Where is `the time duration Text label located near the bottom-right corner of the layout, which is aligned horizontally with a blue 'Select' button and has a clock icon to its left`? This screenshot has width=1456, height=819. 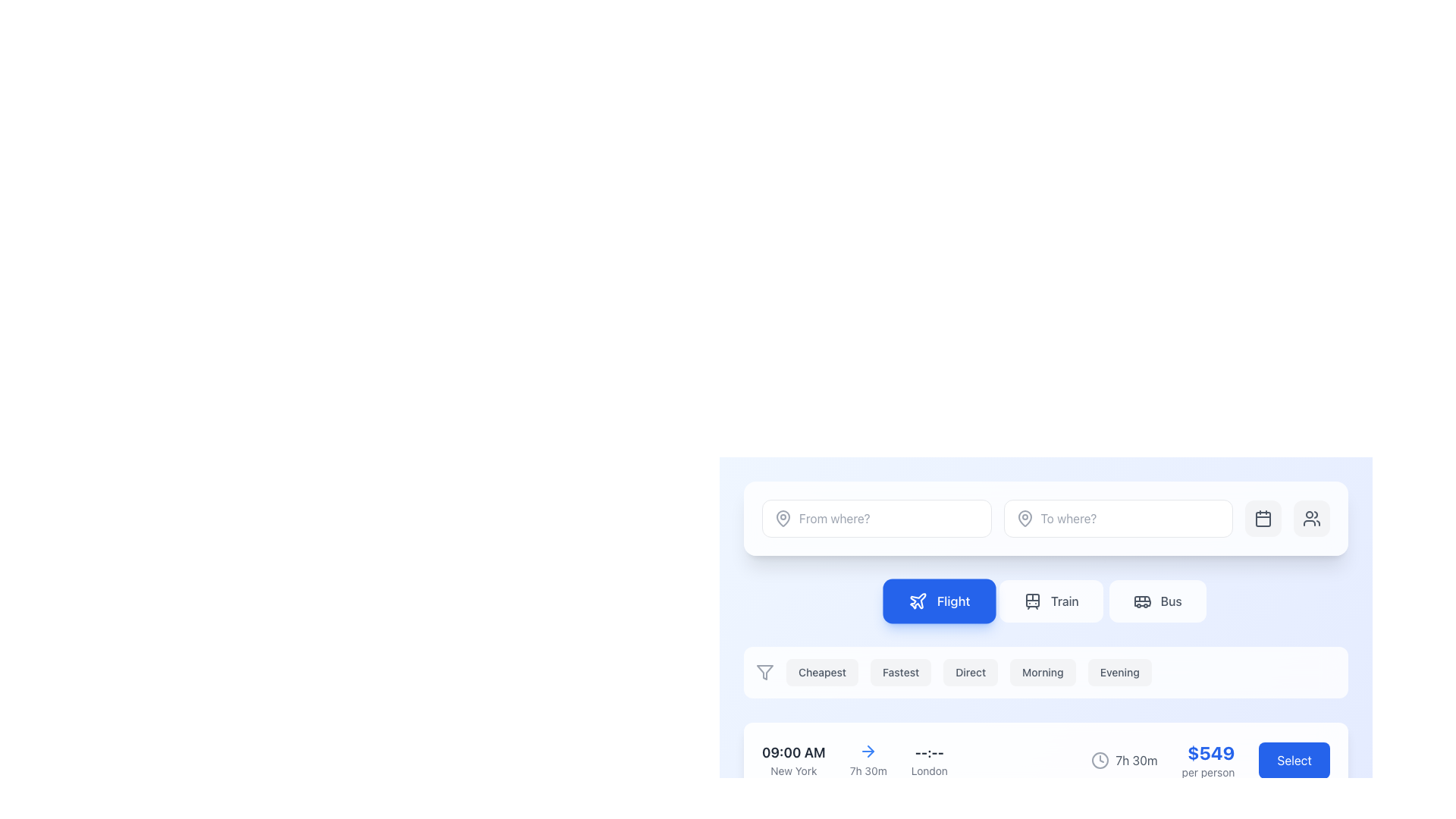
the time duration Text label located near the bottom-right corner of the layout, which is aligned horizontally with a blue 'Select' button and has a clock icon to its left is located at coordinates (1136, 760).